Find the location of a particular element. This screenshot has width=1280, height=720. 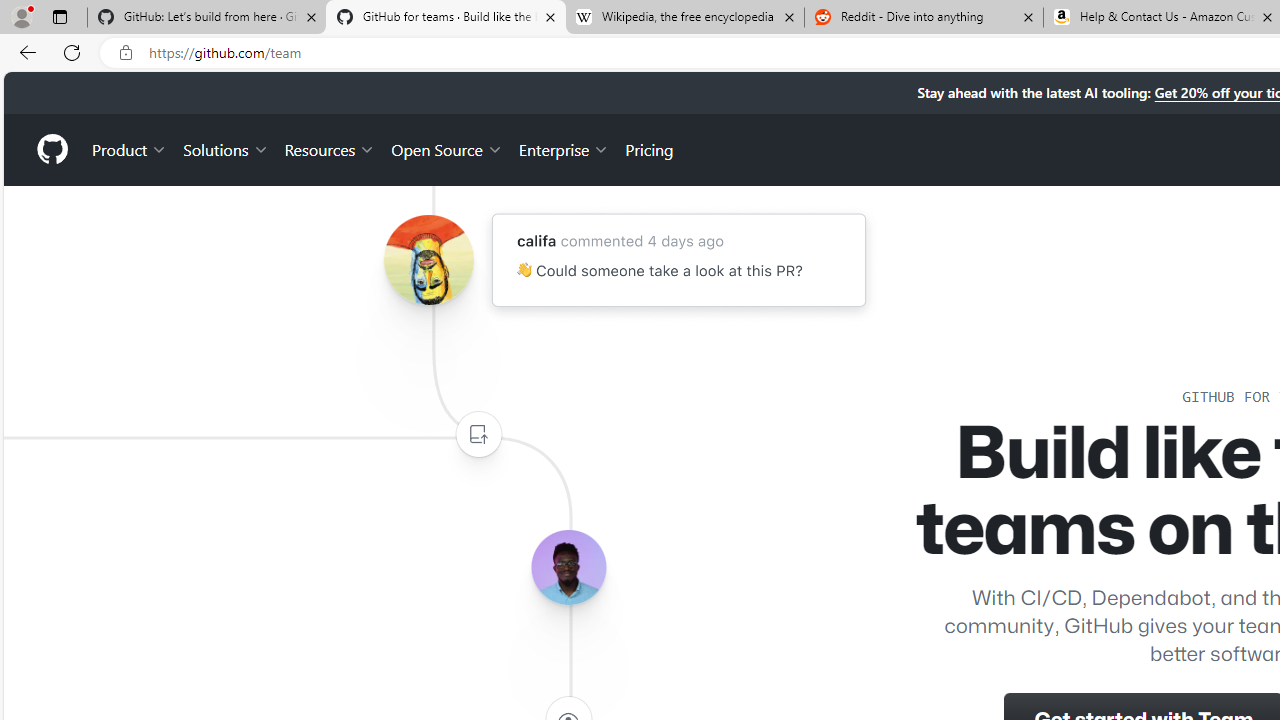

'Avatar of the user lerebear' is located at coordinates (567, 568).